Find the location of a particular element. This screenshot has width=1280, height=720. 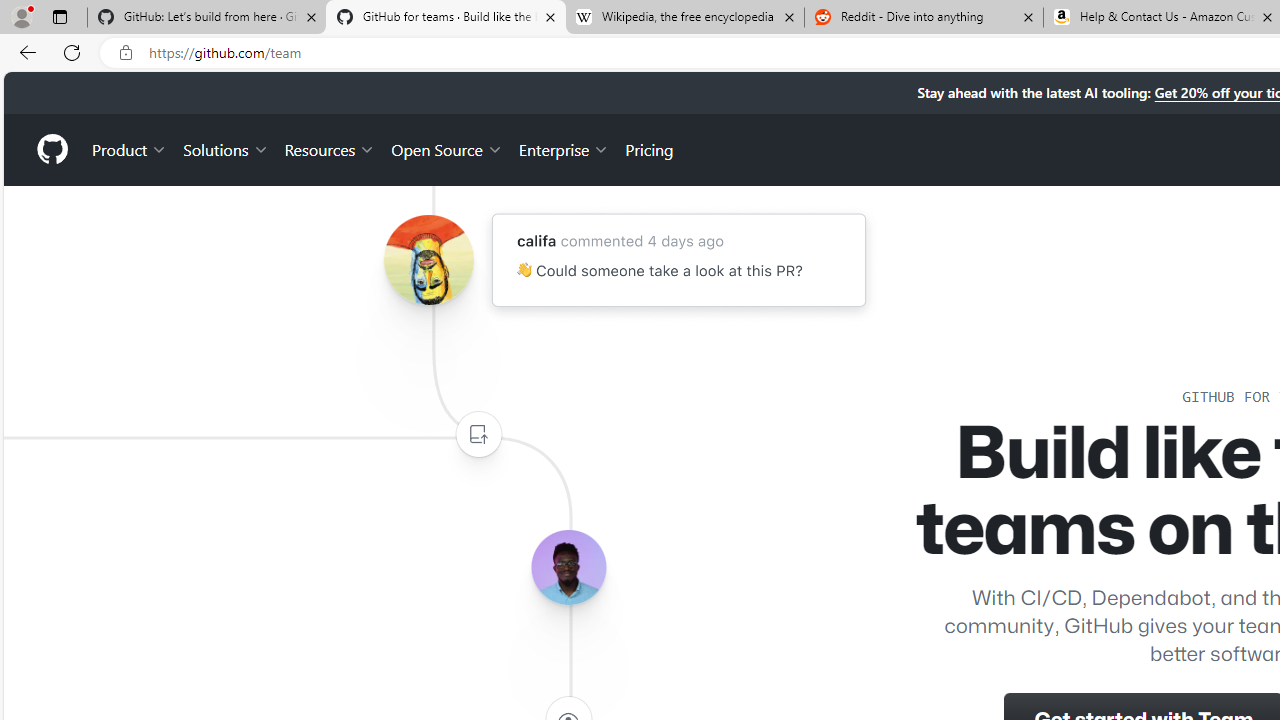

'Avatar of the user lerebear' is located at coordinates (567, 568).